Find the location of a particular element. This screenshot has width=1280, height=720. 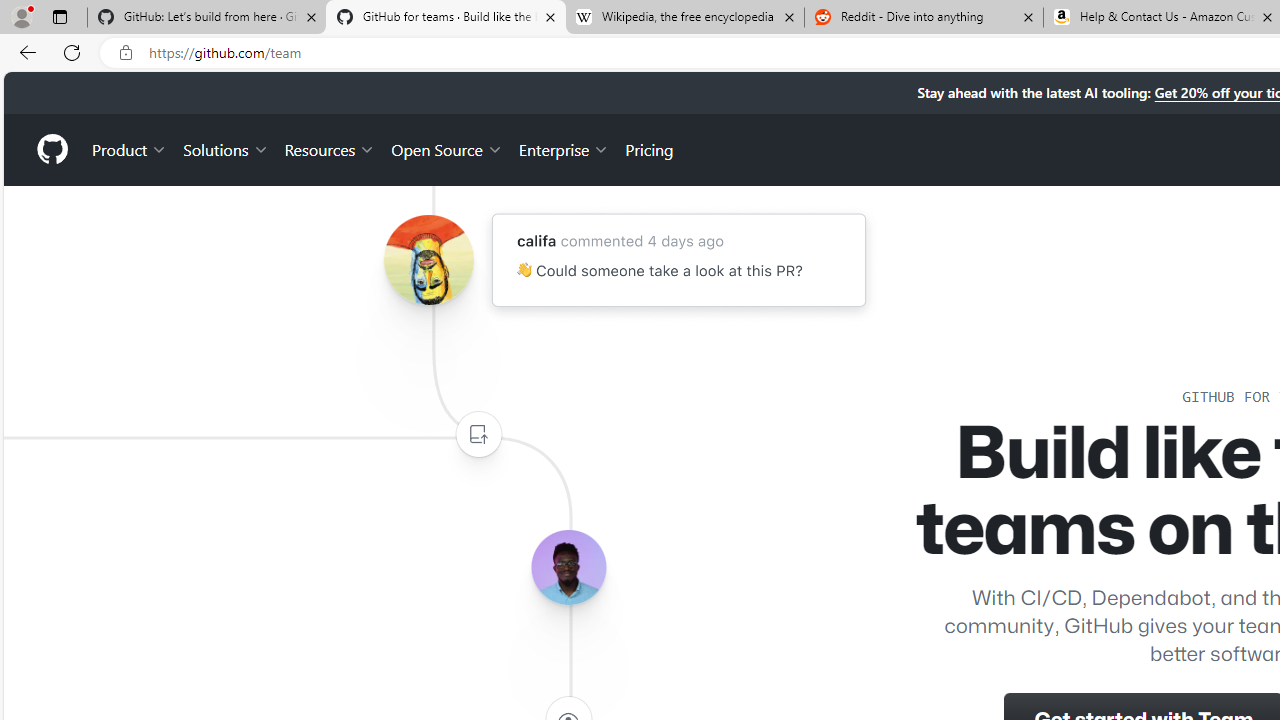

'Avatar of the user lerebear' is located at coordinates (567, 568).